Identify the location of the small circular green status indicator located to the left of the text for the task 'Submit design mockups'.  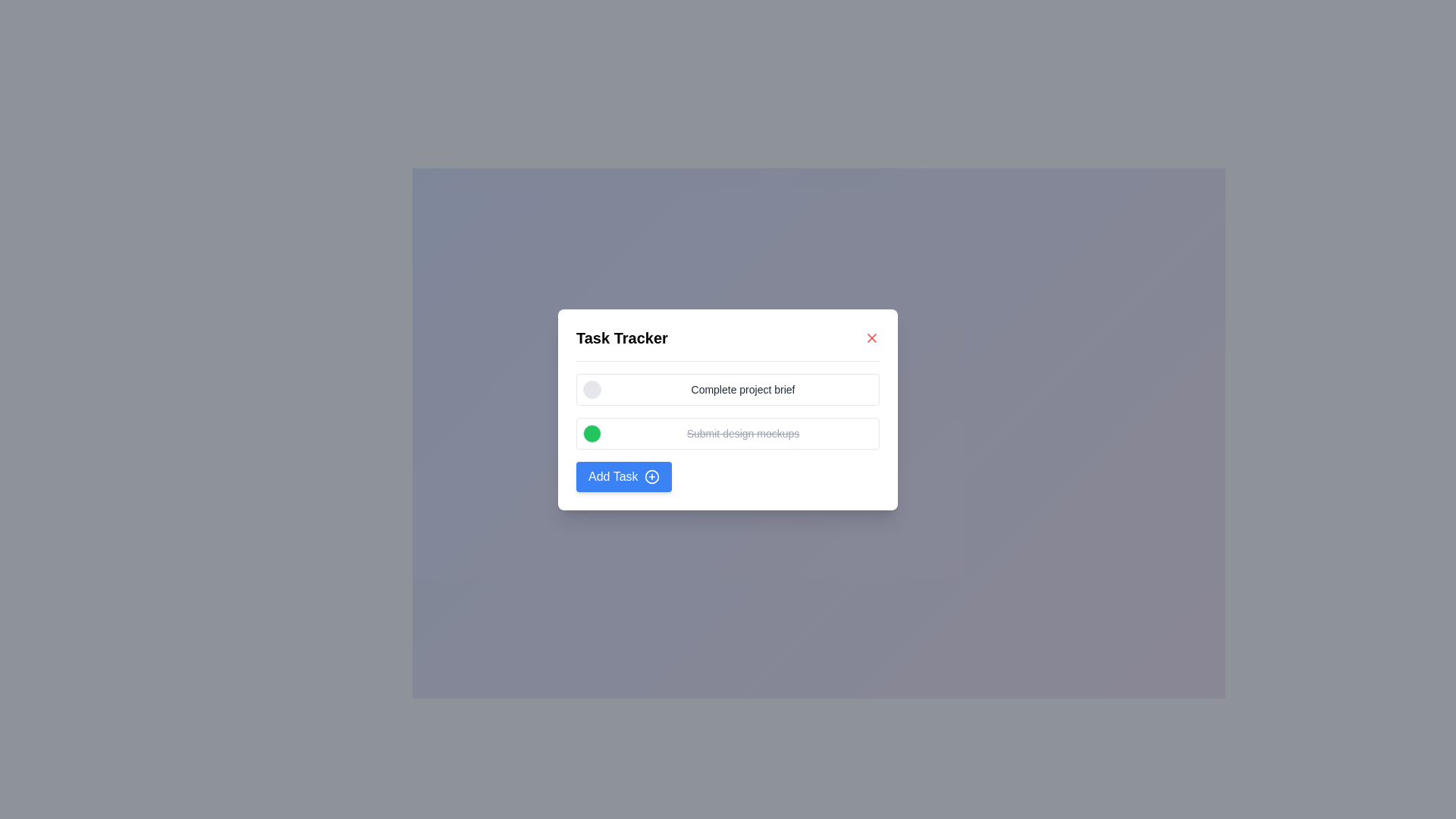
(591, 433).